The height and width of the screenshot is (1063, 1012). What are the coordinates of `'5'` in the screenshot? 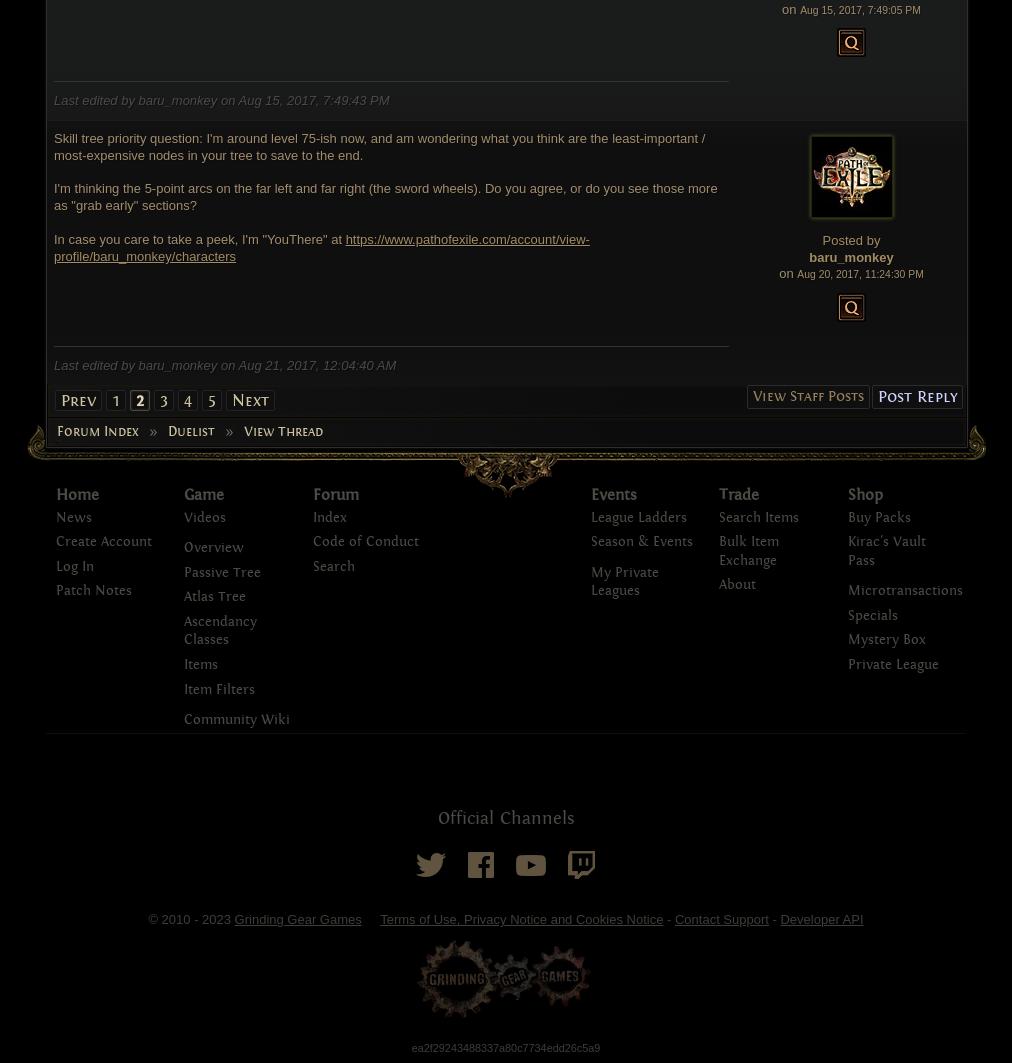 It's located at (212, 399).